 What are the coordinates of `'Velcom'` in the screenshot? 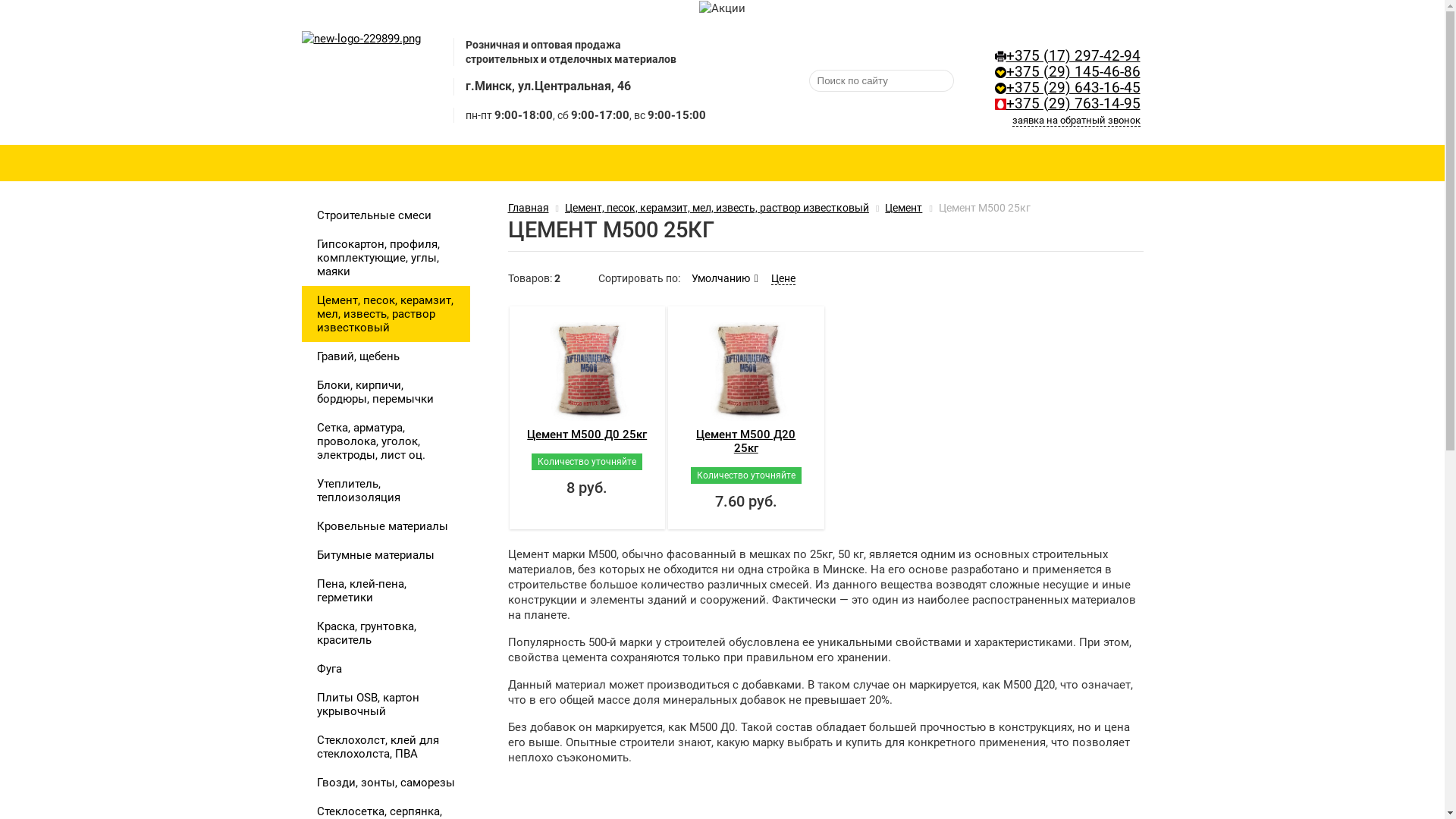 It's located at (994, 72).